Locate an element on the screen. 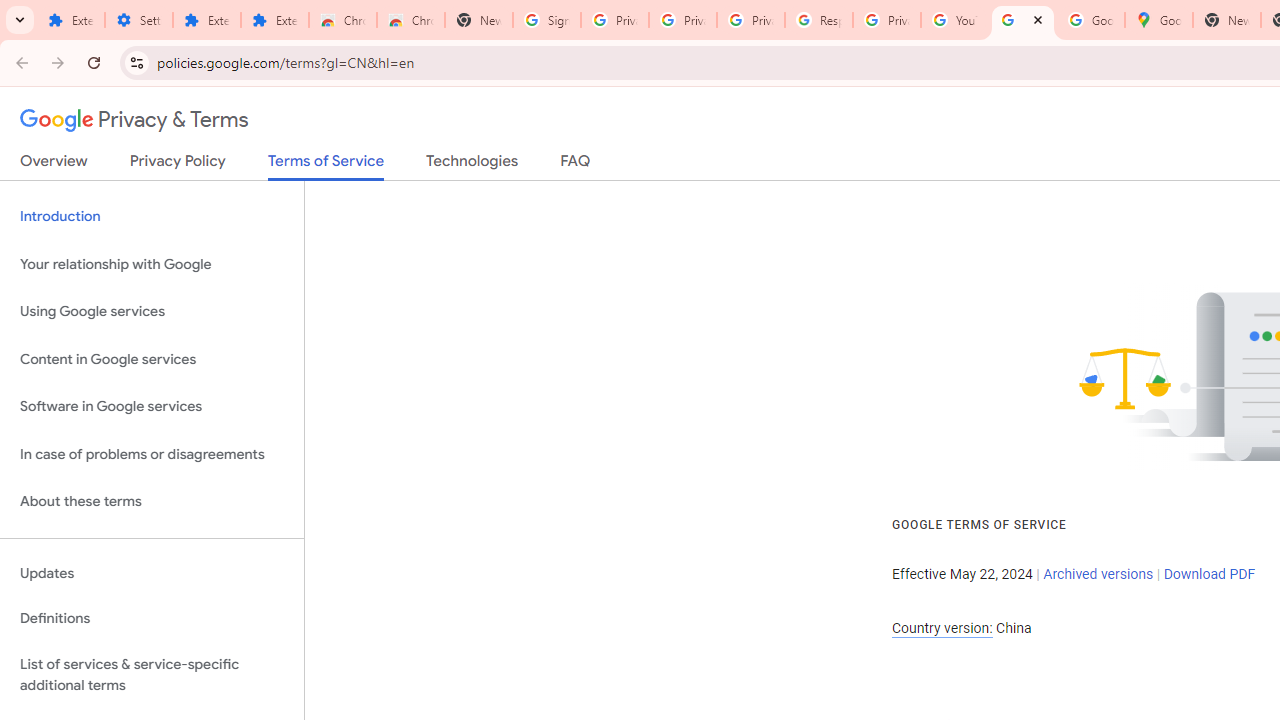 The height and width of the screenshot is (720, 1280). 'Settings' is located at coordinates (137, 20).